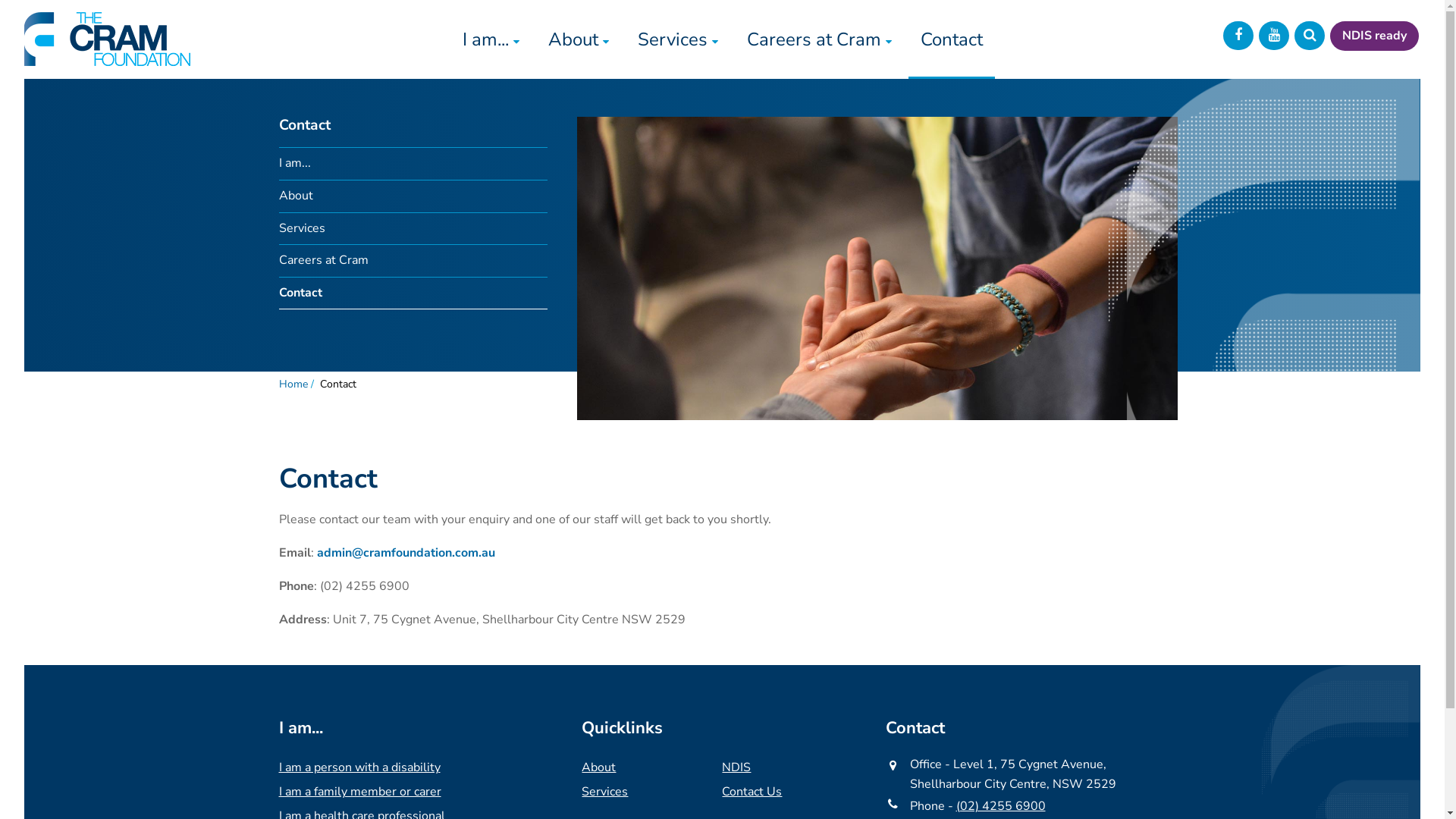 The width and height of the screenshot is (1456, 819). What do you see at coordinates (1374, 35) in the screenshot?
I see `'NDIS ready'` at bounding box center [1374, 35].